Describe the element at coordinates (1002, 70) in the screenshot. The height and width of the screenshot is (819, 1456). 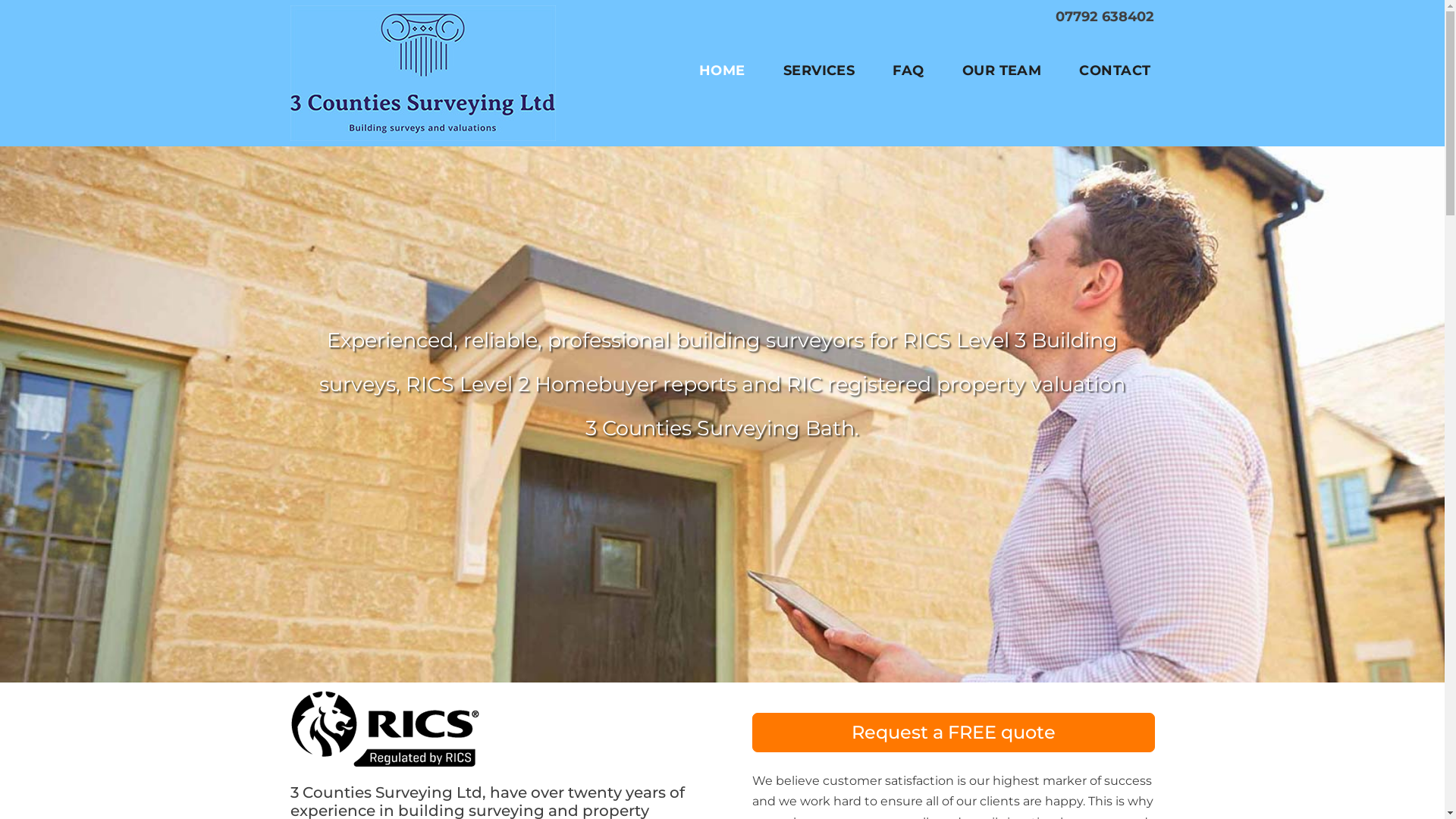
I see `'OUR TEAM'` at that location.